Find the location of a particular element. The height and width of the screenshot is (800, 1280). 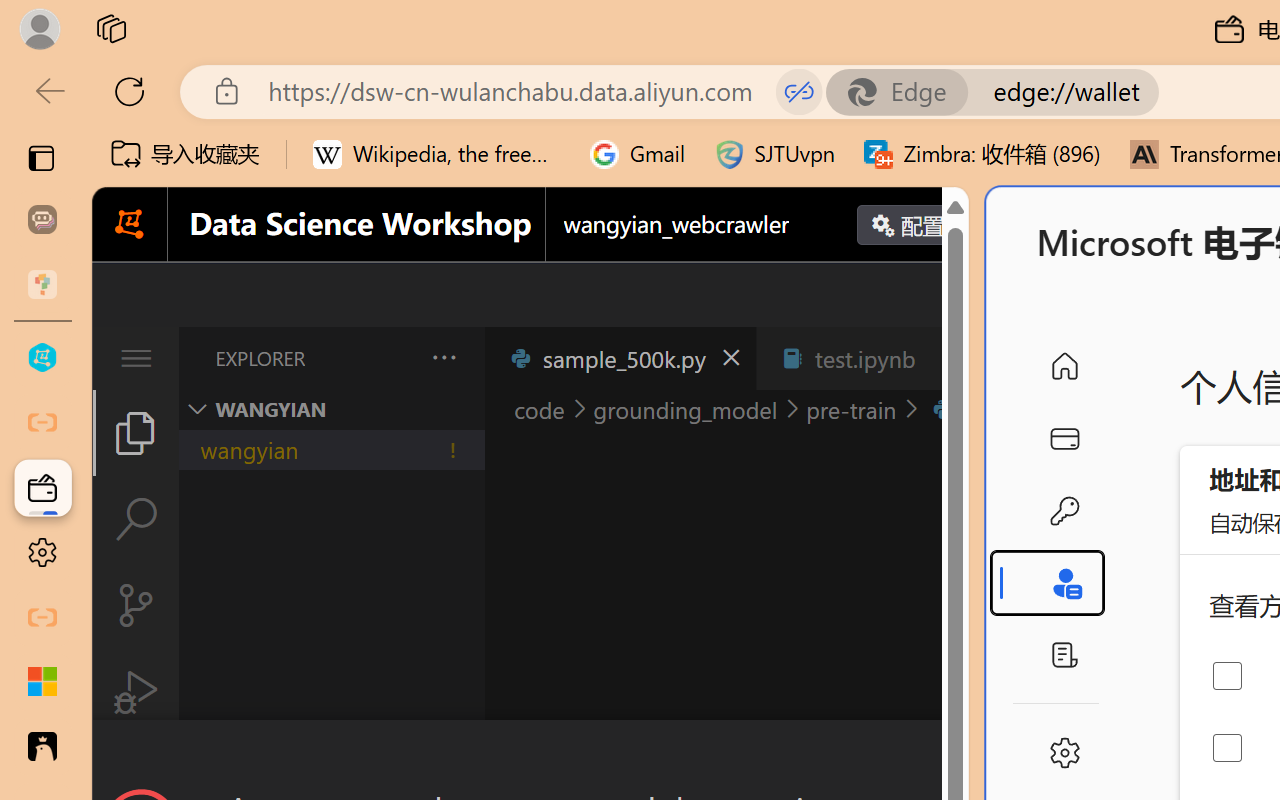

'Explorer actions' is located at coordinates (391, 358).